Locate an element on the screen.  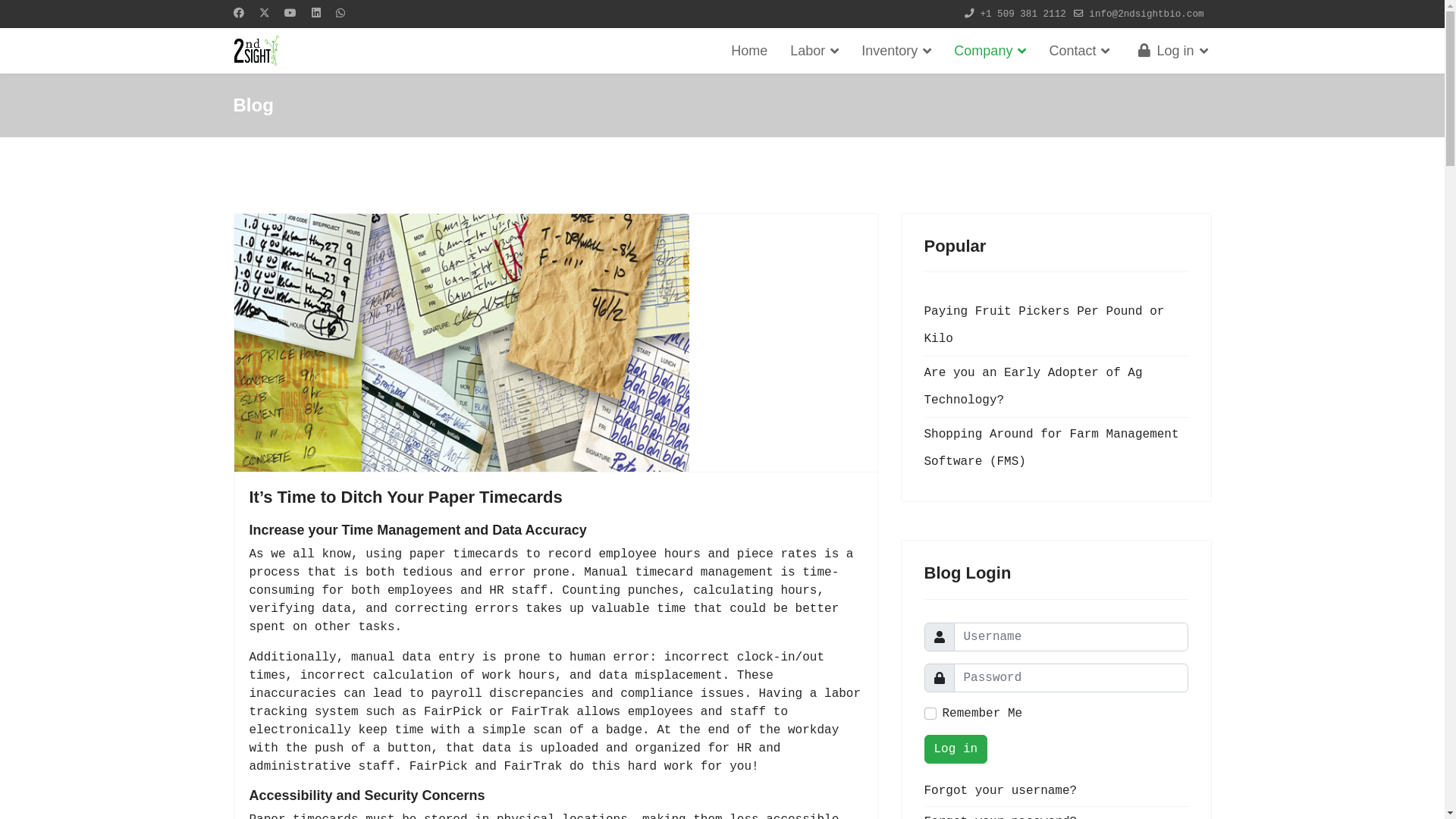
'Company' is located at coordinates (990, 49).